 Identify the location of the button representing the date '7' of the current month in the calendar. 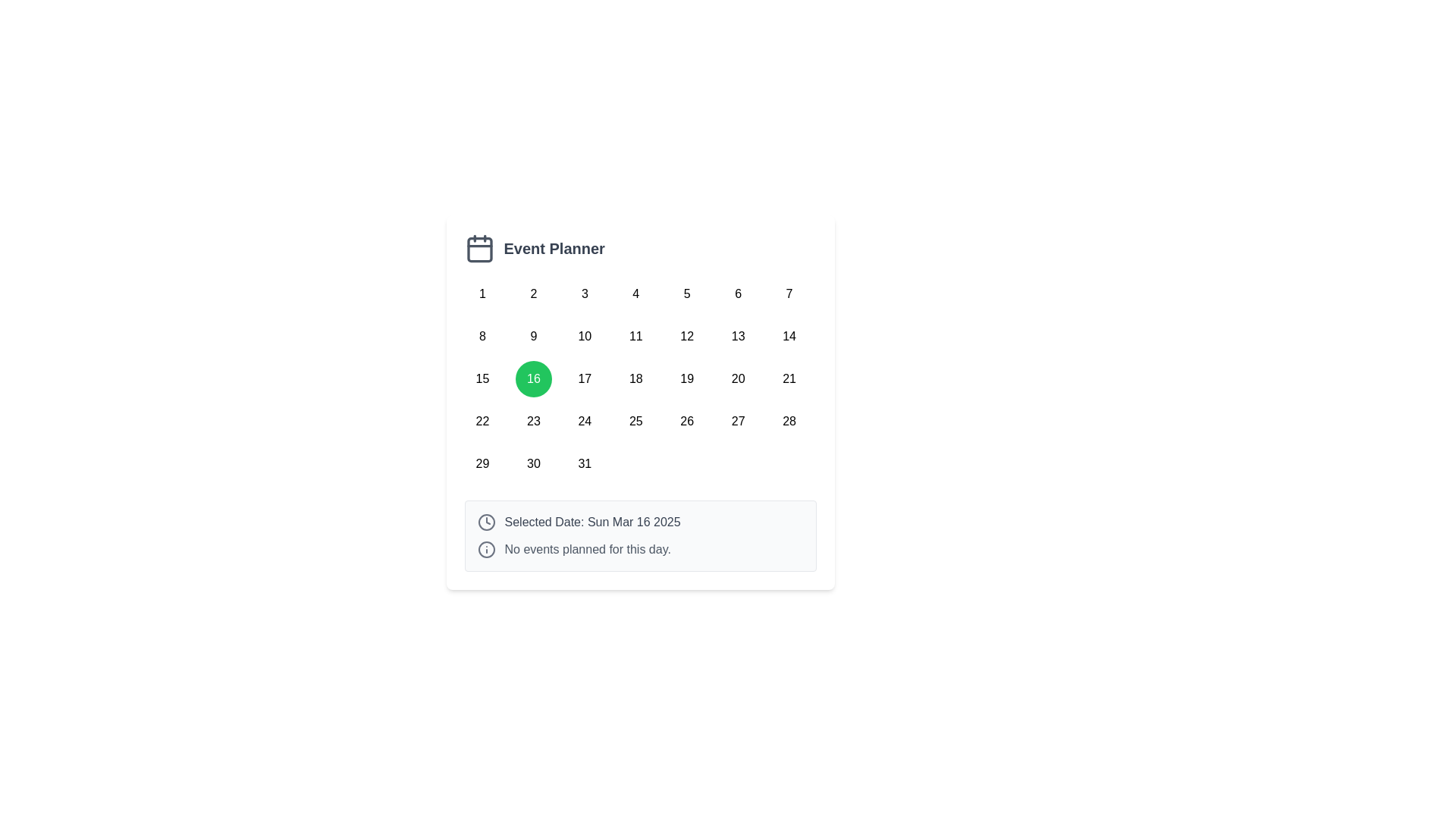
(789, 294).